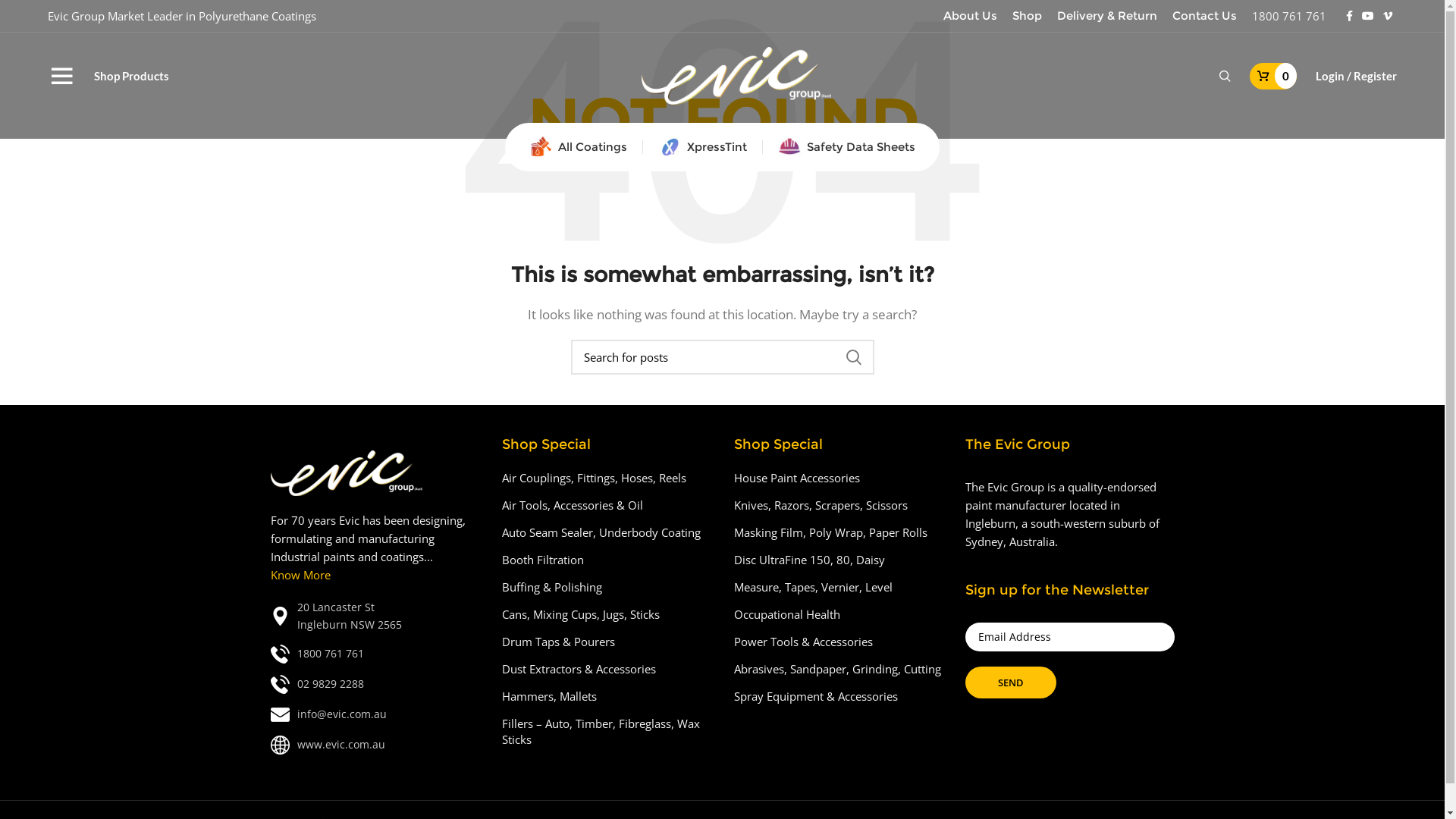 The image size is (1456, 819). What do you see at coordinates (1307, 76) in the screenshot?
I see `'Login / Register'` at bounding box center [1307, 76].